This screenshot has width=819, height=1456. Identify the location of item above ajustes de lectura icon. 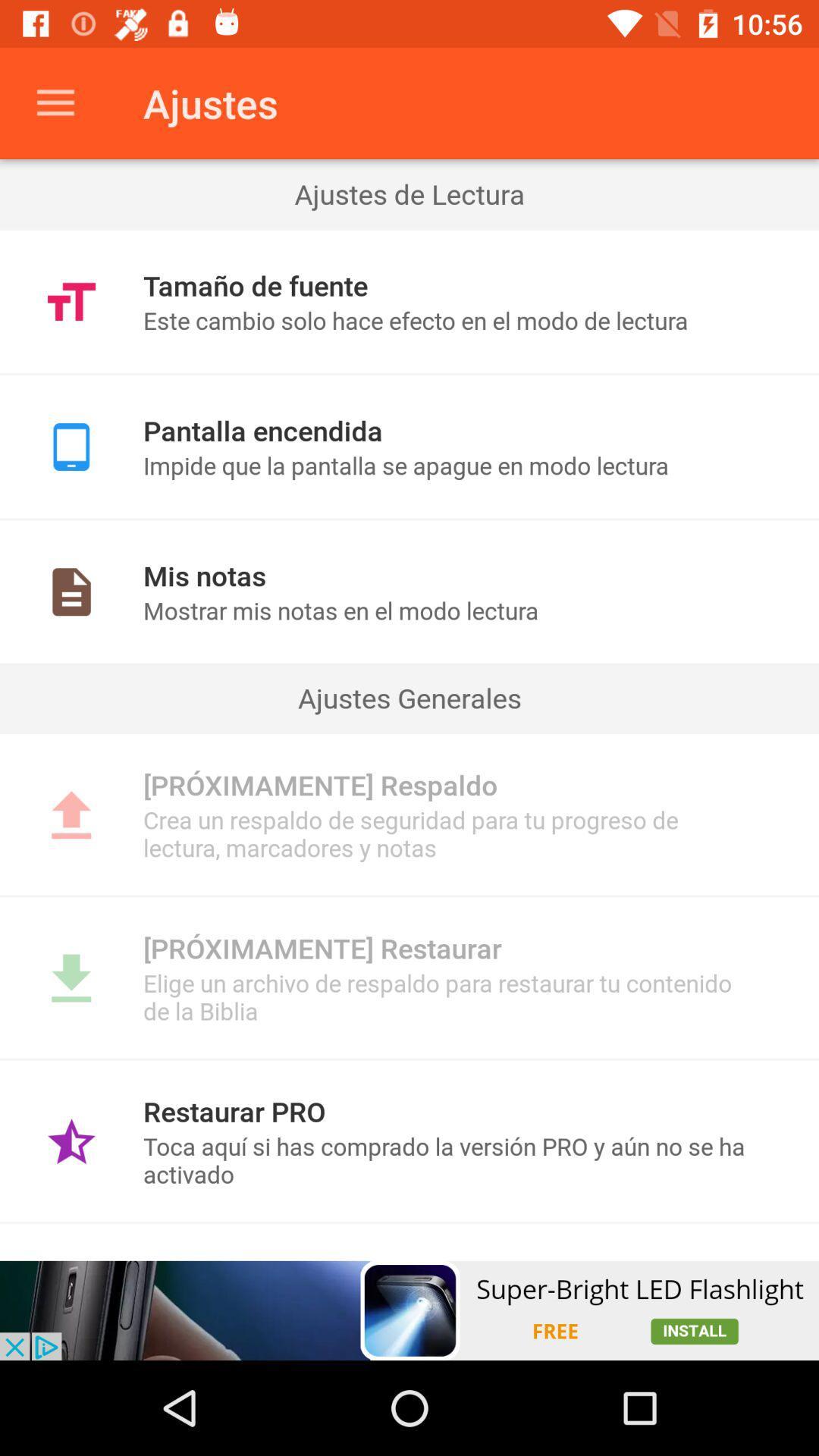
(55, 102).